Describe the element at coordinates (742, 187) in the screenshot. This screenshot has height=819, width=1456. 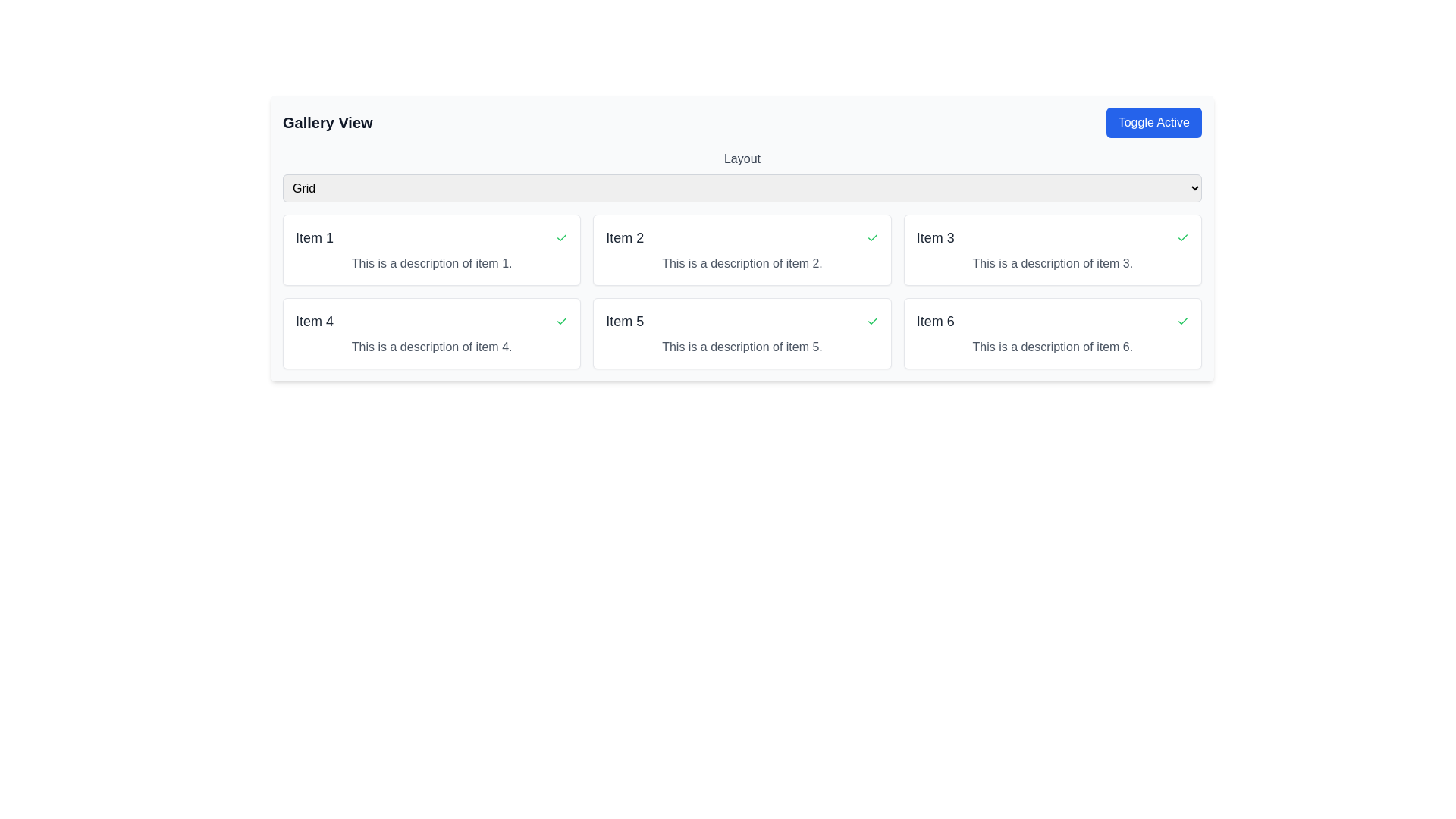
I see `the dropdown menu located centrally beneath the 'Layout' label` at that location.